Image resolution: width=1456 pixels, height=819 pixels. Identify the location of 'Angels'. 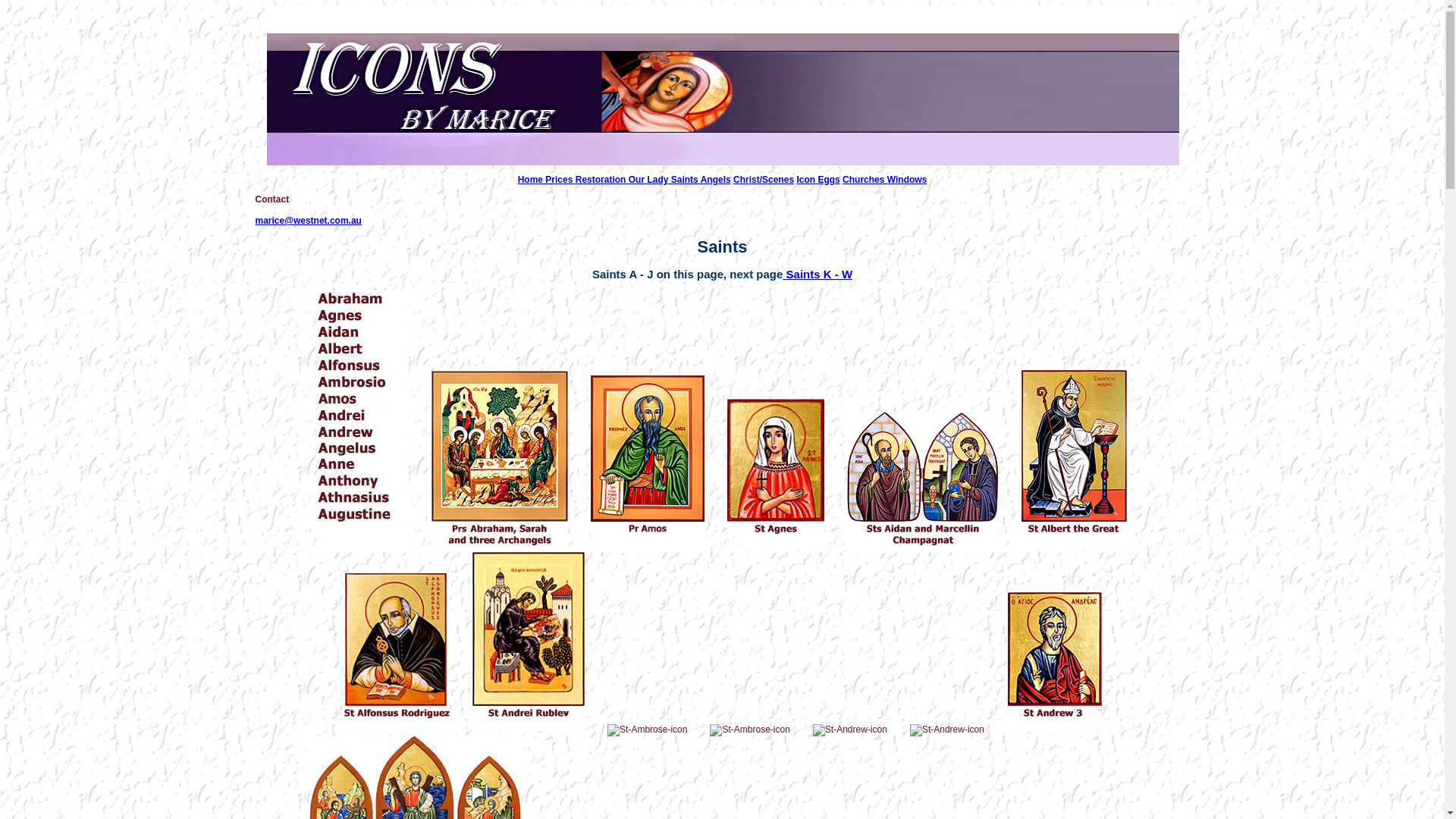
(715, 178).